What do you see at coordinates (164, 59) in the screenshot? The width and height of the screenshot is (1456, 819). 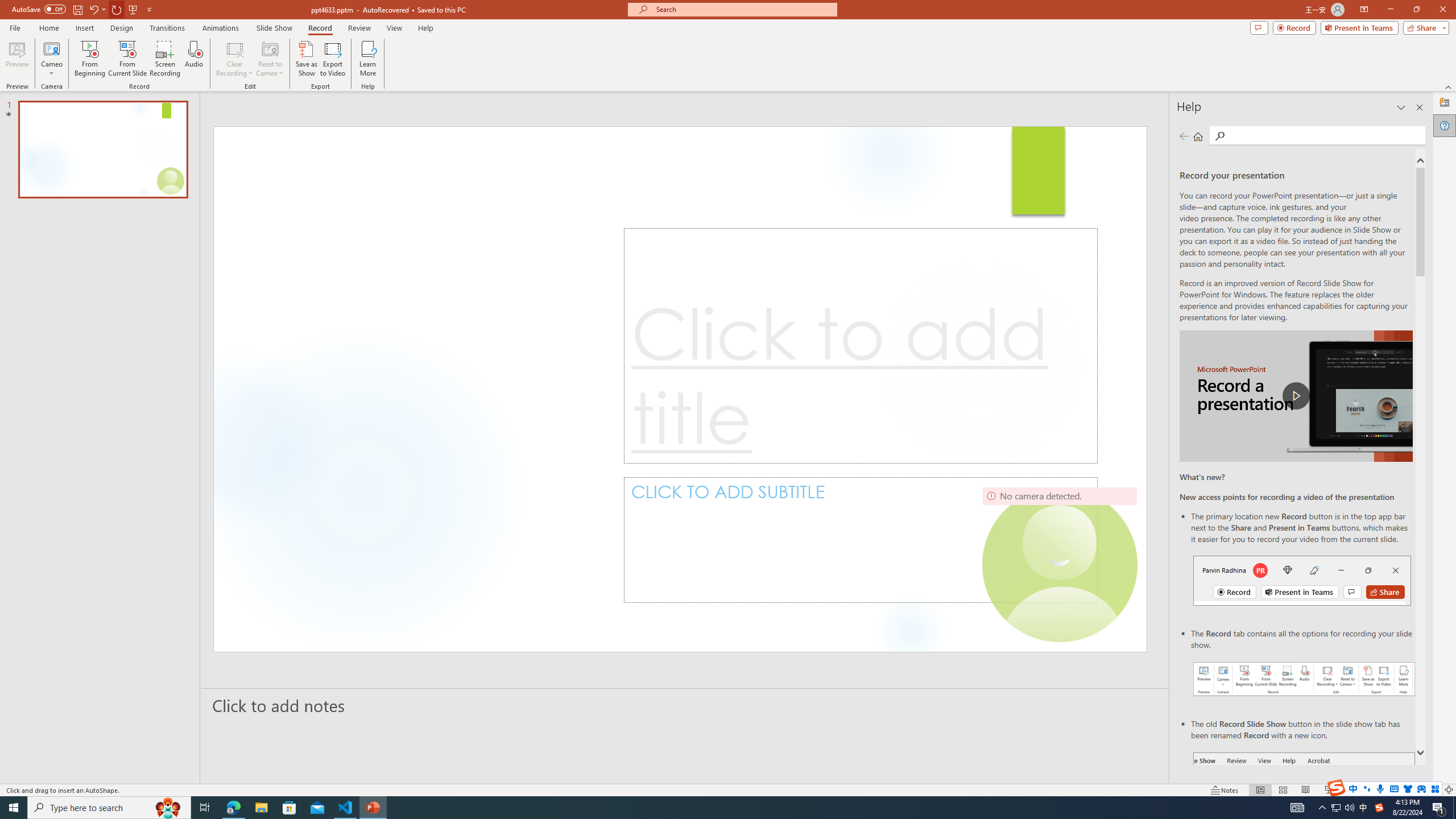 I see `'Screen Recording'` at bounding box center [164, 59].